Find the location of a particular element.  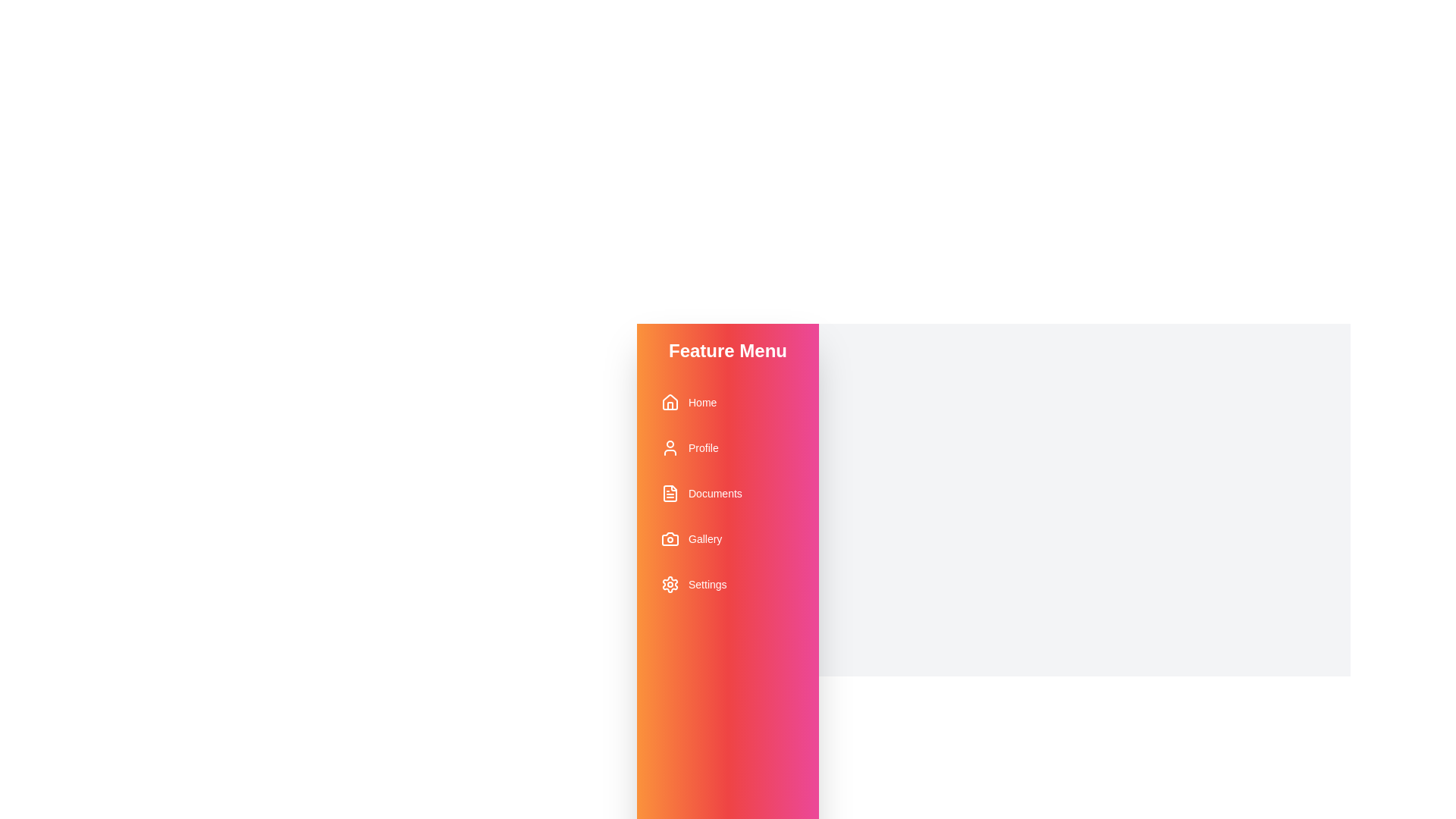

the 'Close Drawer' button to toggle the drawer is located at coordinates (1084, 695).